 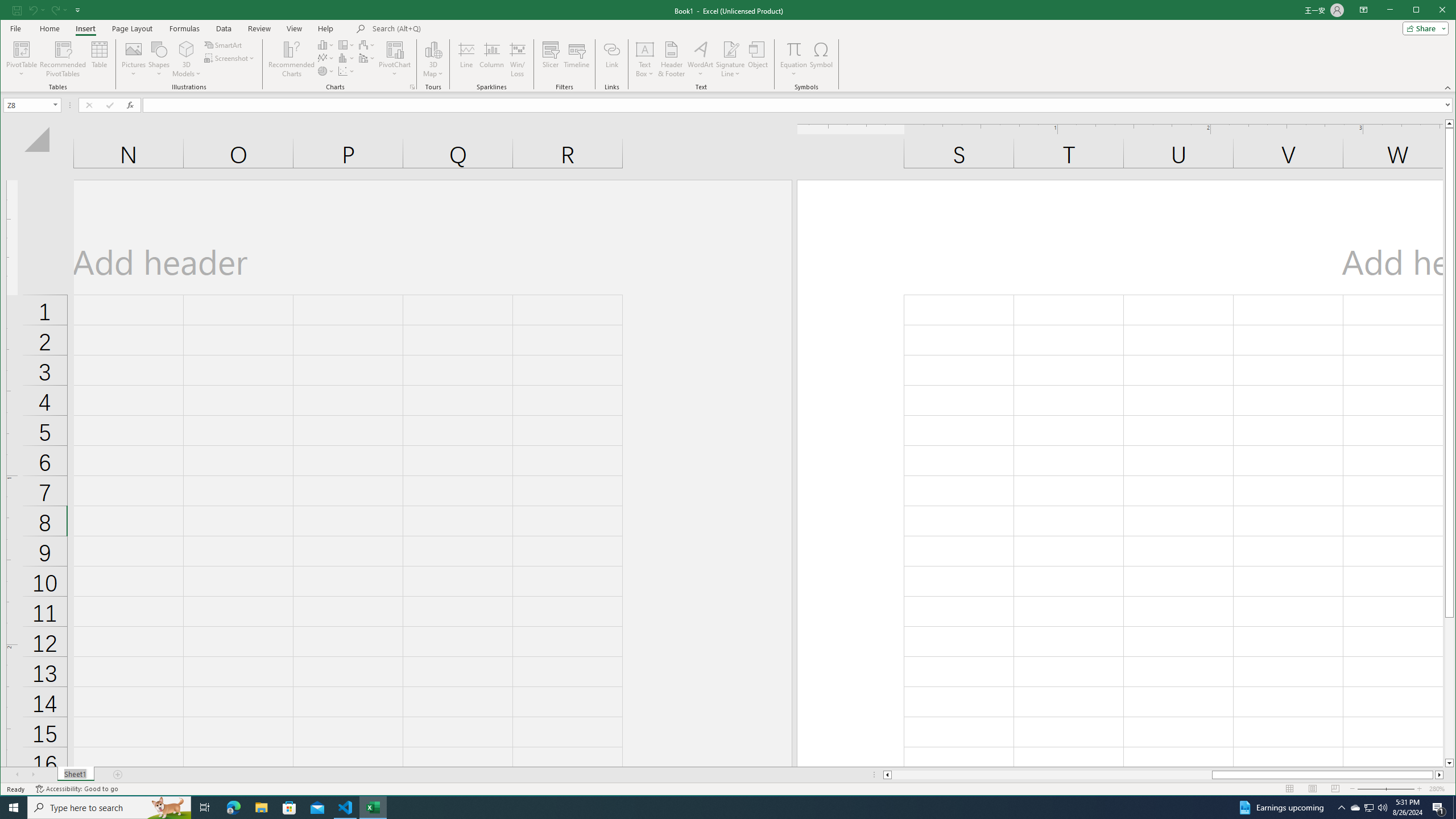 I want to click on 'Signature Line', so click(x=730, y=59).